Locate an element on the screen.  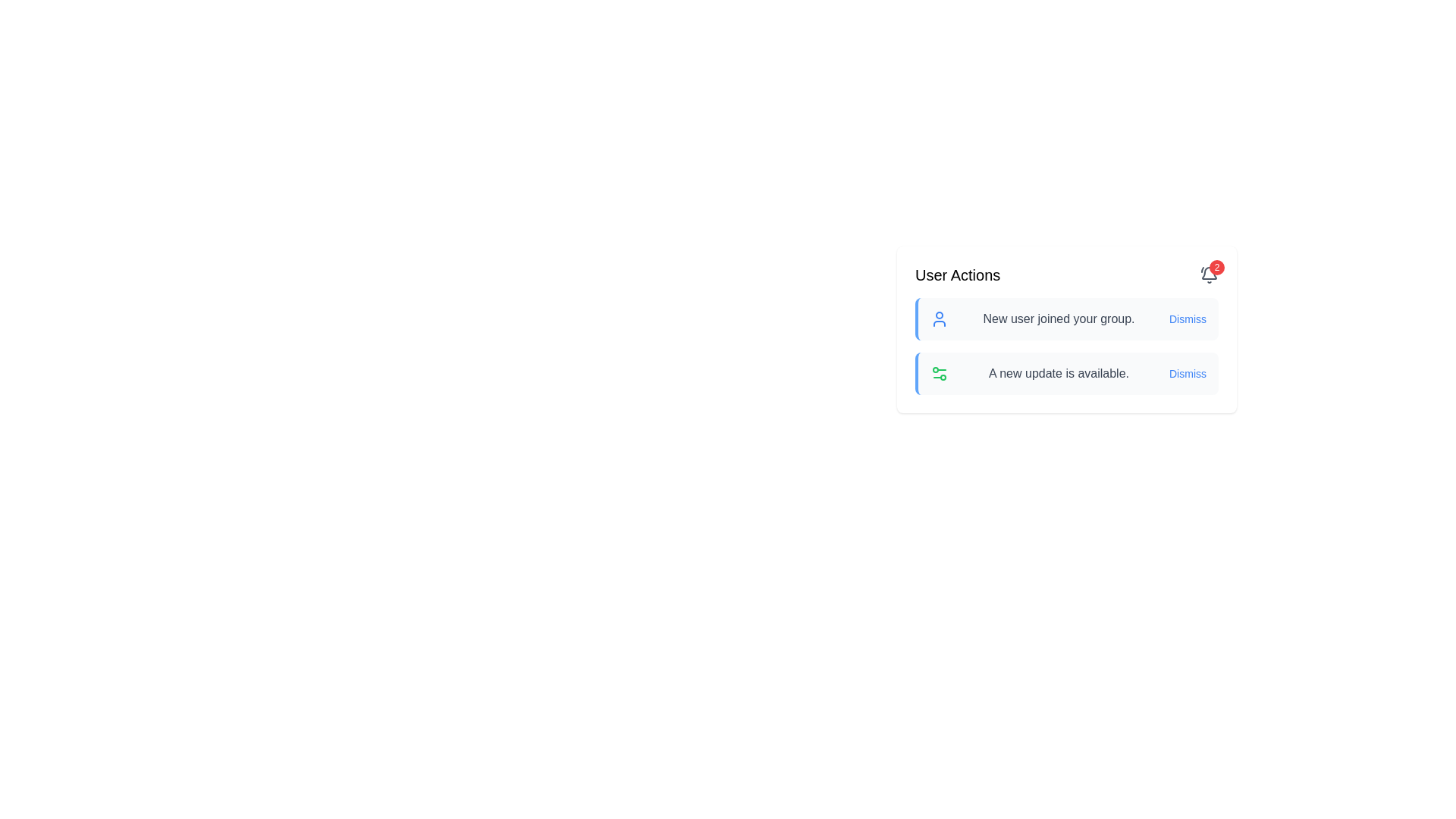
the text label displaying the message 'New user joined your group.' which is styled in gray (#707070) and located centrally within the notification list under the 'User Actions' section is located at coordinates (1058, 318).